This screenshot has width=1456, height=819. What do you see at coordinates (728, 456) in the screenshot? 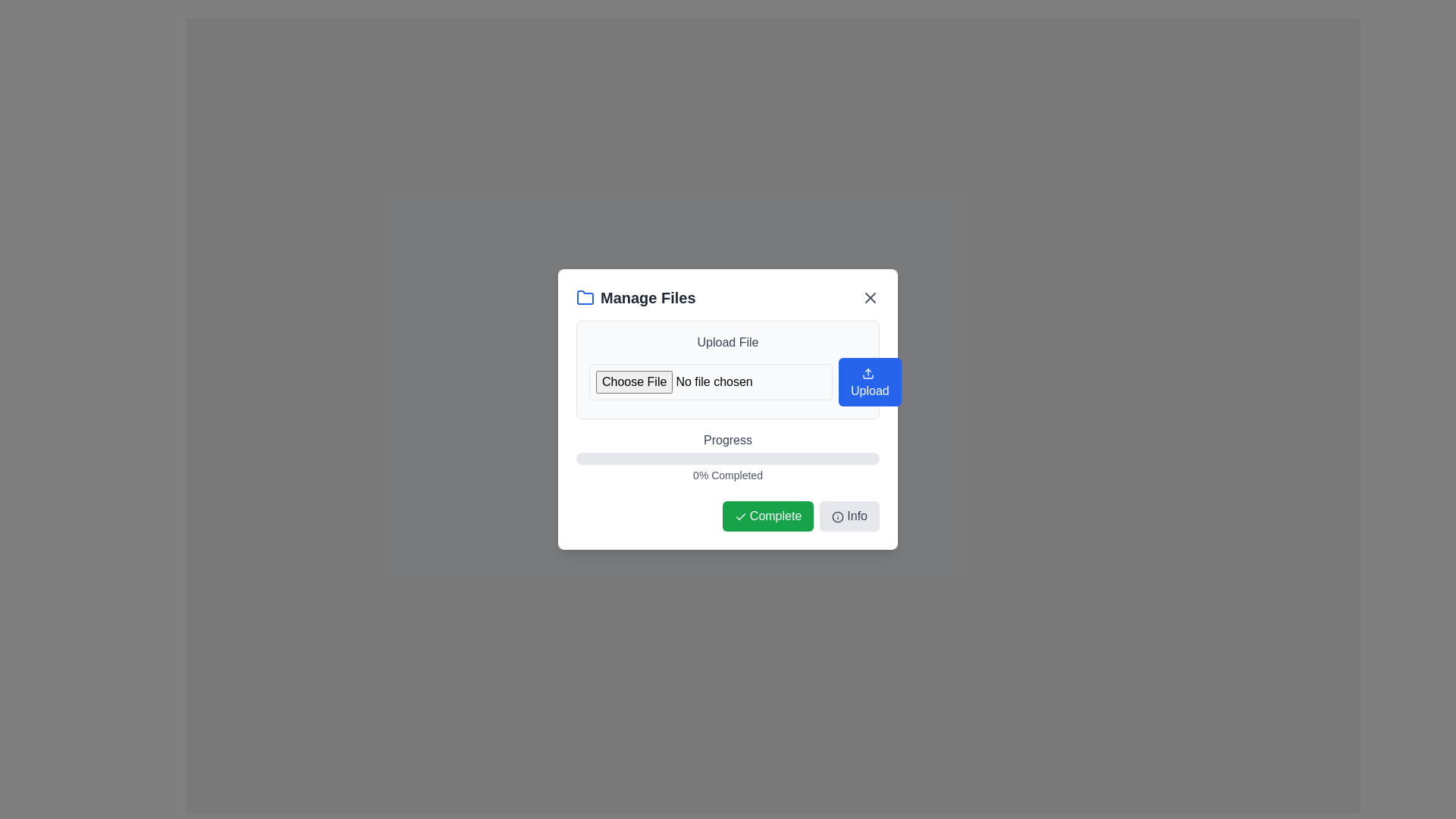
I see `progress percentage displayed on the progress bar titled 'Progress', which shows '0% Completed' below a light gray rounded rectangle progress display` at bounding box center [728, 456].